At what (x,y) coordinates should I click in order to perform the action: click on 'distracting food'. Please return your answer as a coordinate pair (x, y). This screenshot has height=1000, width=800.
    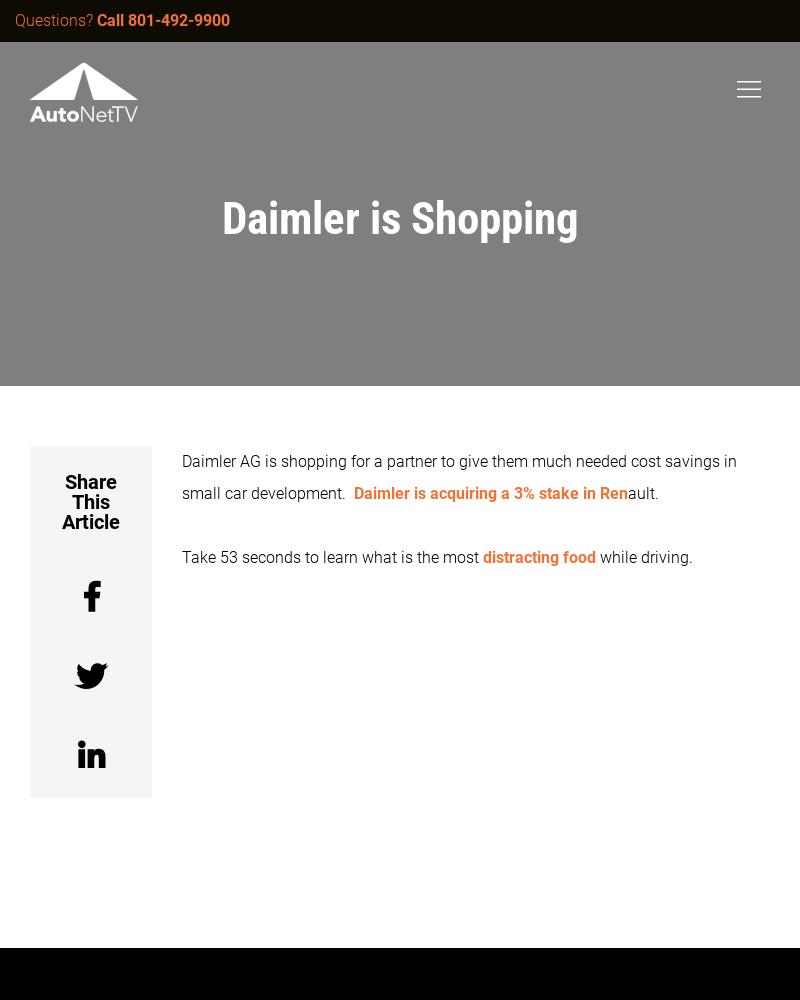
    Looking at the image, I should click on (483, 557).